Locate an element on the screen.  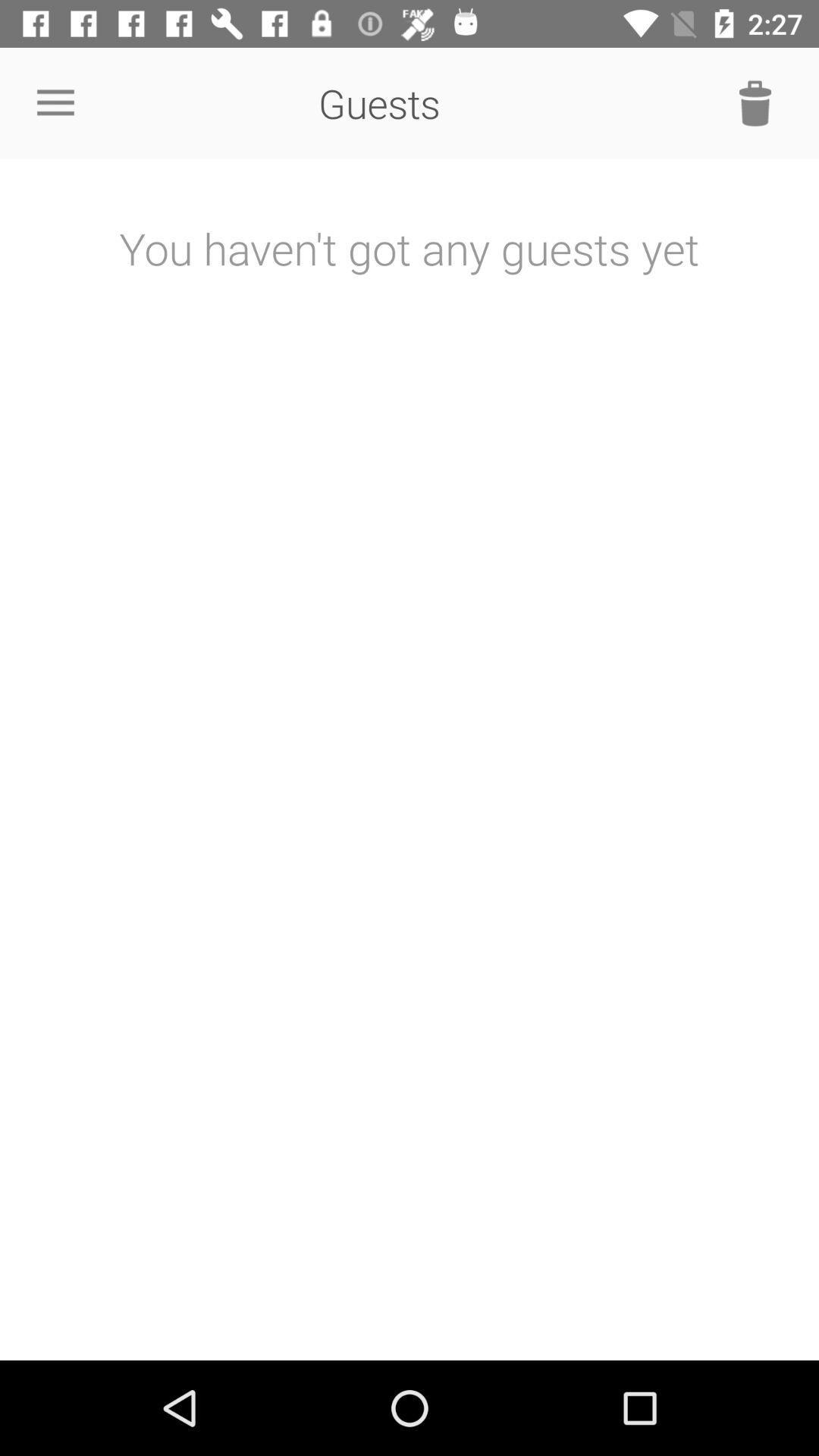
the icon to the left of guests item is located at coordinates (55, 102).